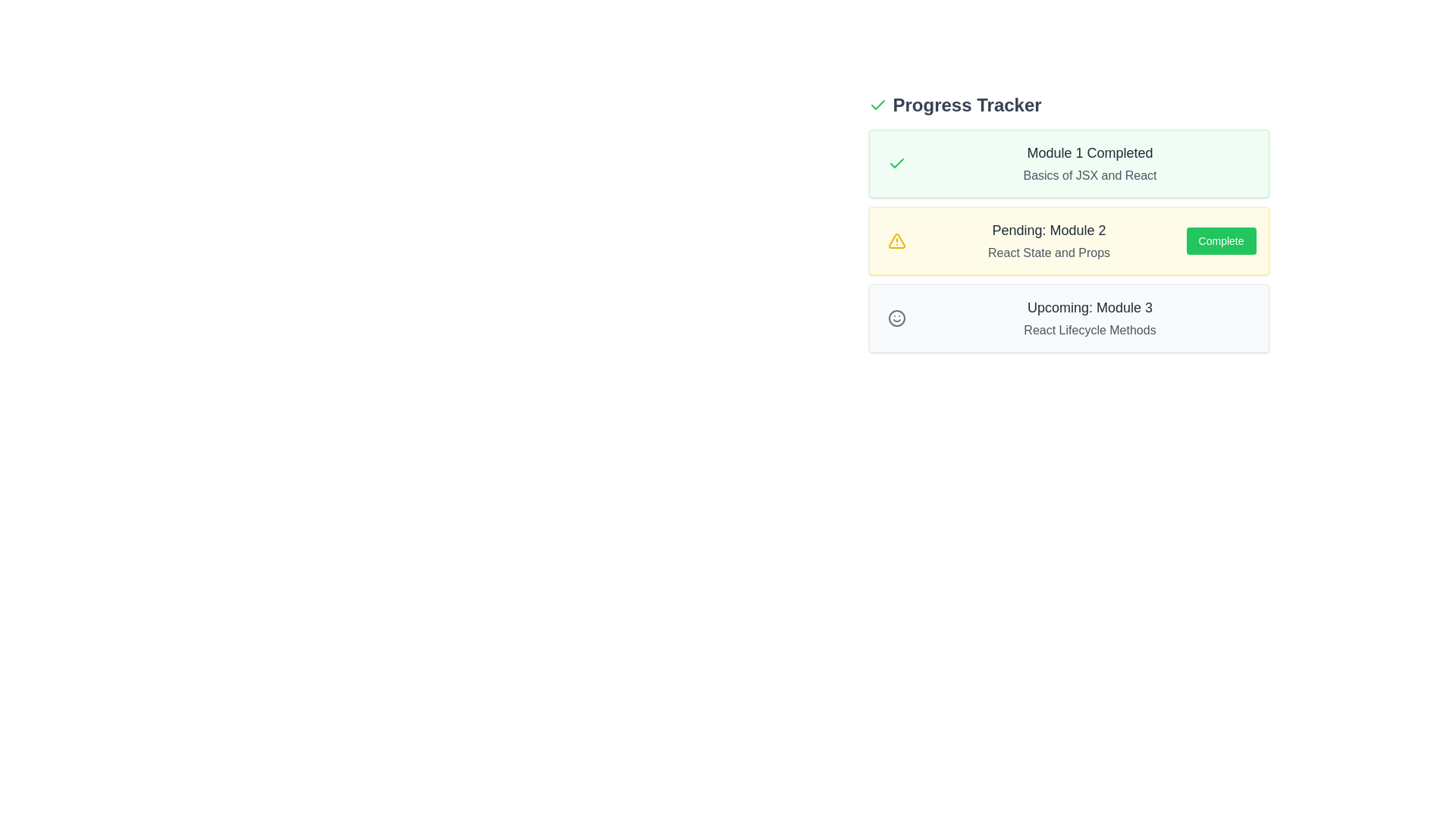 The image size is (1456, 819). What do you see at coordinates (1048, 231) in the screenshot?
I see `the Static Text Label displaying 'Pending: Module 2' which is prominently positioned within a yellow background card in the 'Progress Tracker' section` at bounding box center [1048, 231].